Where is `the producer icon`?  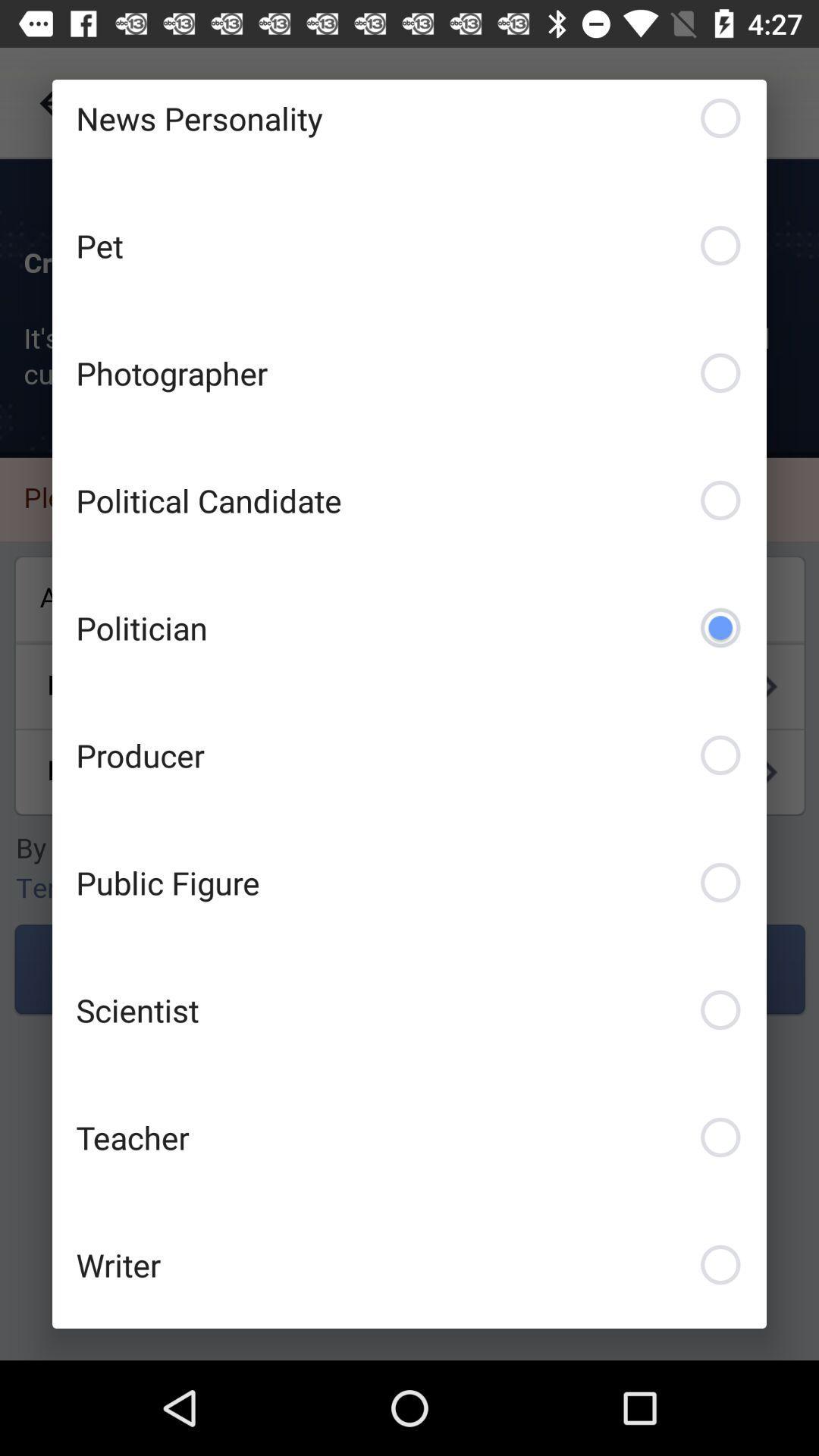 the producer icon is located at coordinates (409, 755).